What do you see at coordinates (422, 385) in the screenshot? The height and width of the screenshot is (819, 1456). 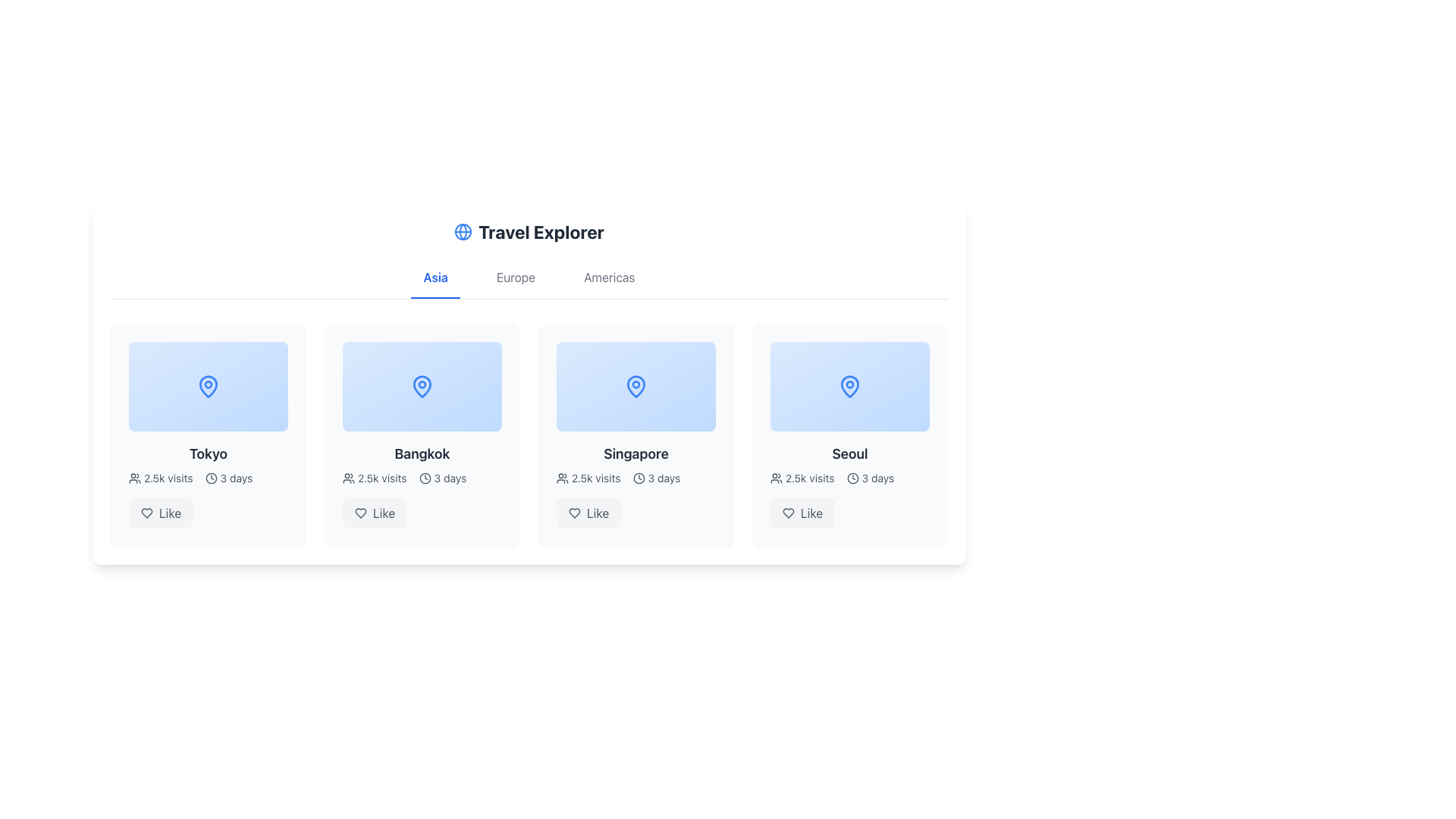 I see `the vibrant blue pin-shaped icon located in the 'Bangkok' card in the 'Travel Explorer' interface` at bounding box center [422, 385].